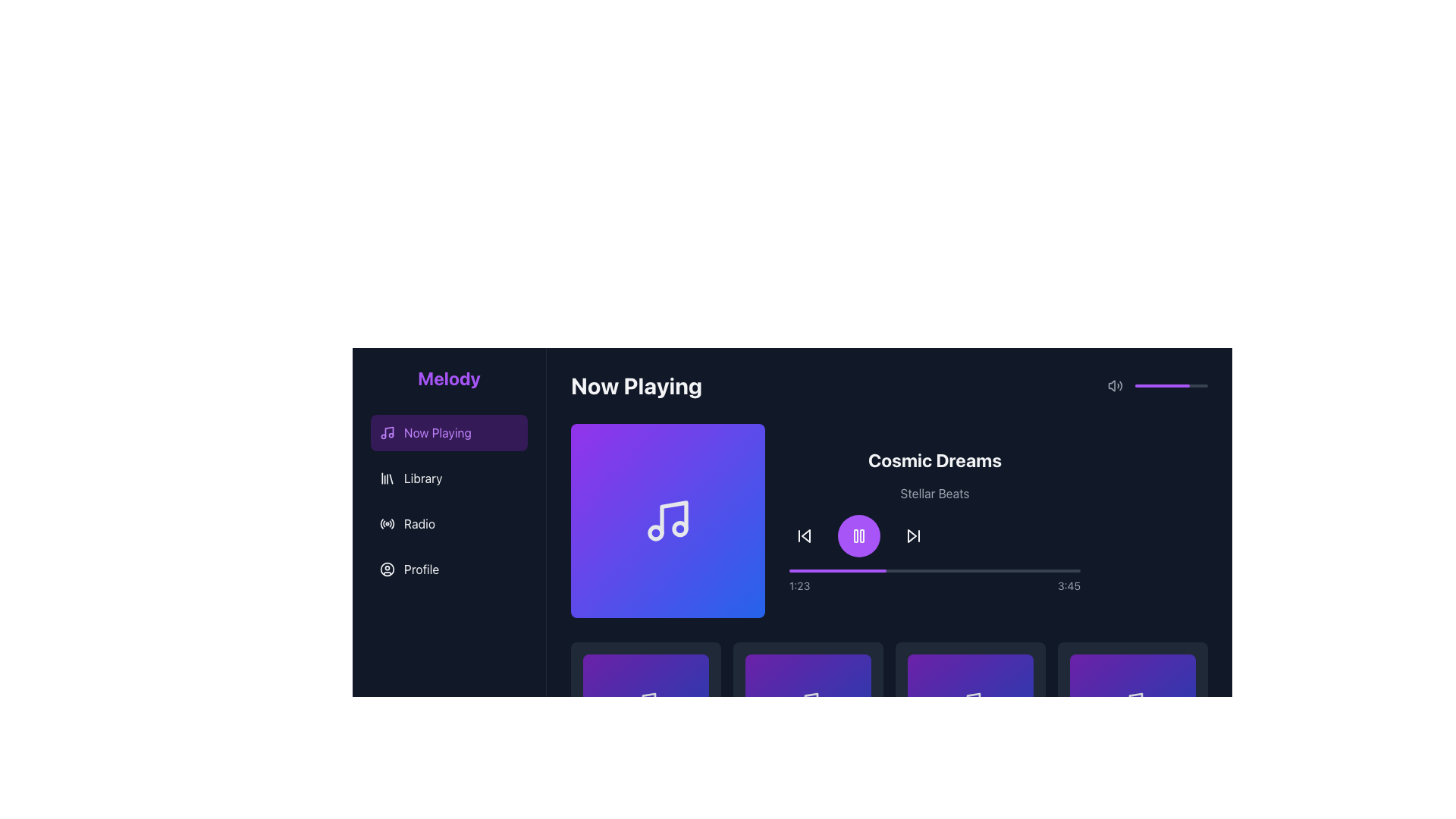  Describe the element at coordinates (423, 479) in the screenshot. I see `the 'Library' text label located in the middle-right area of the menu item` at that location.